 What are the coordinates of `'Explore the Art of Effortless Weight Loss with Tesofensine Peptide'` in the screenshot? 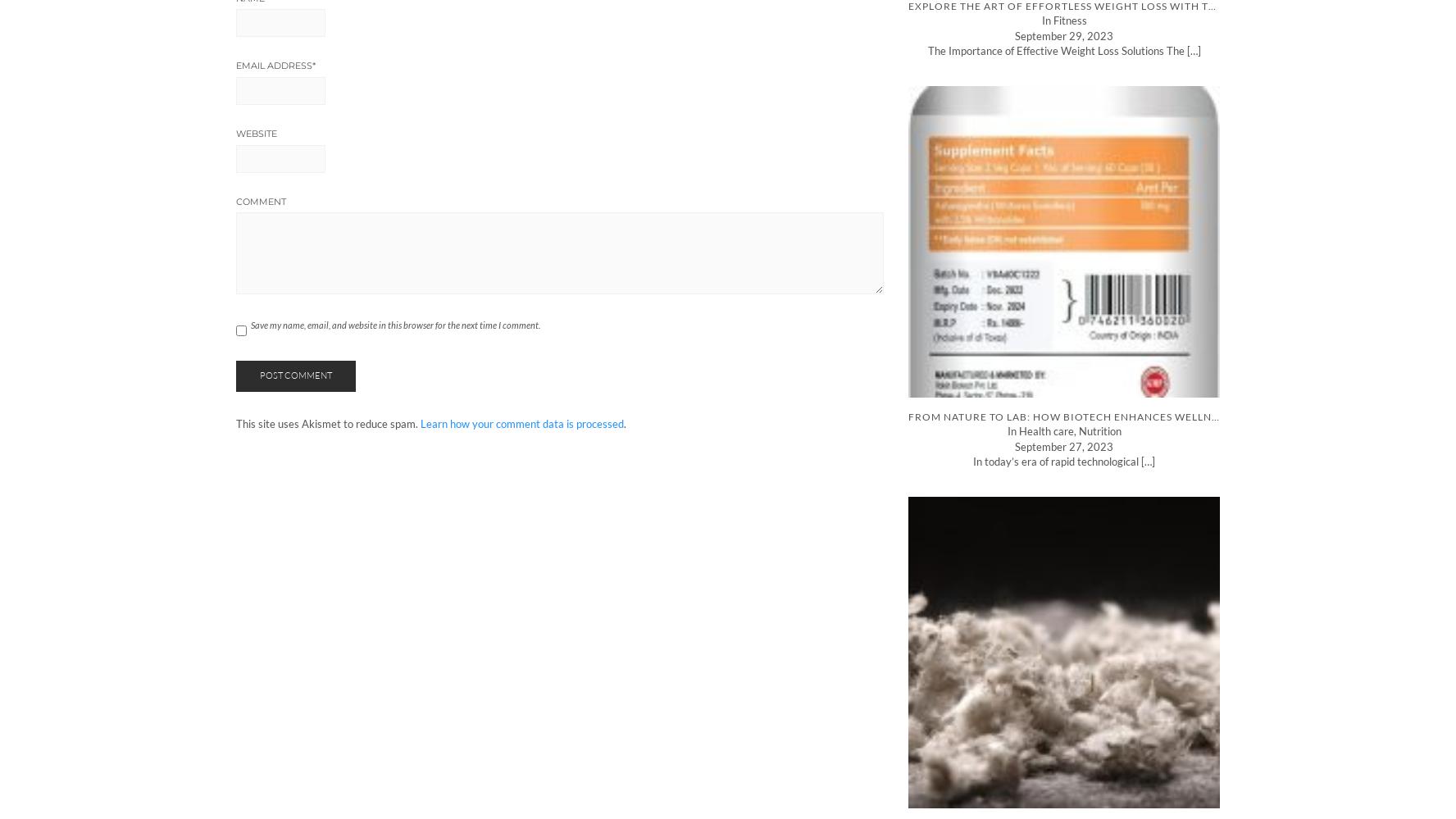 It's located at (1114, 6).